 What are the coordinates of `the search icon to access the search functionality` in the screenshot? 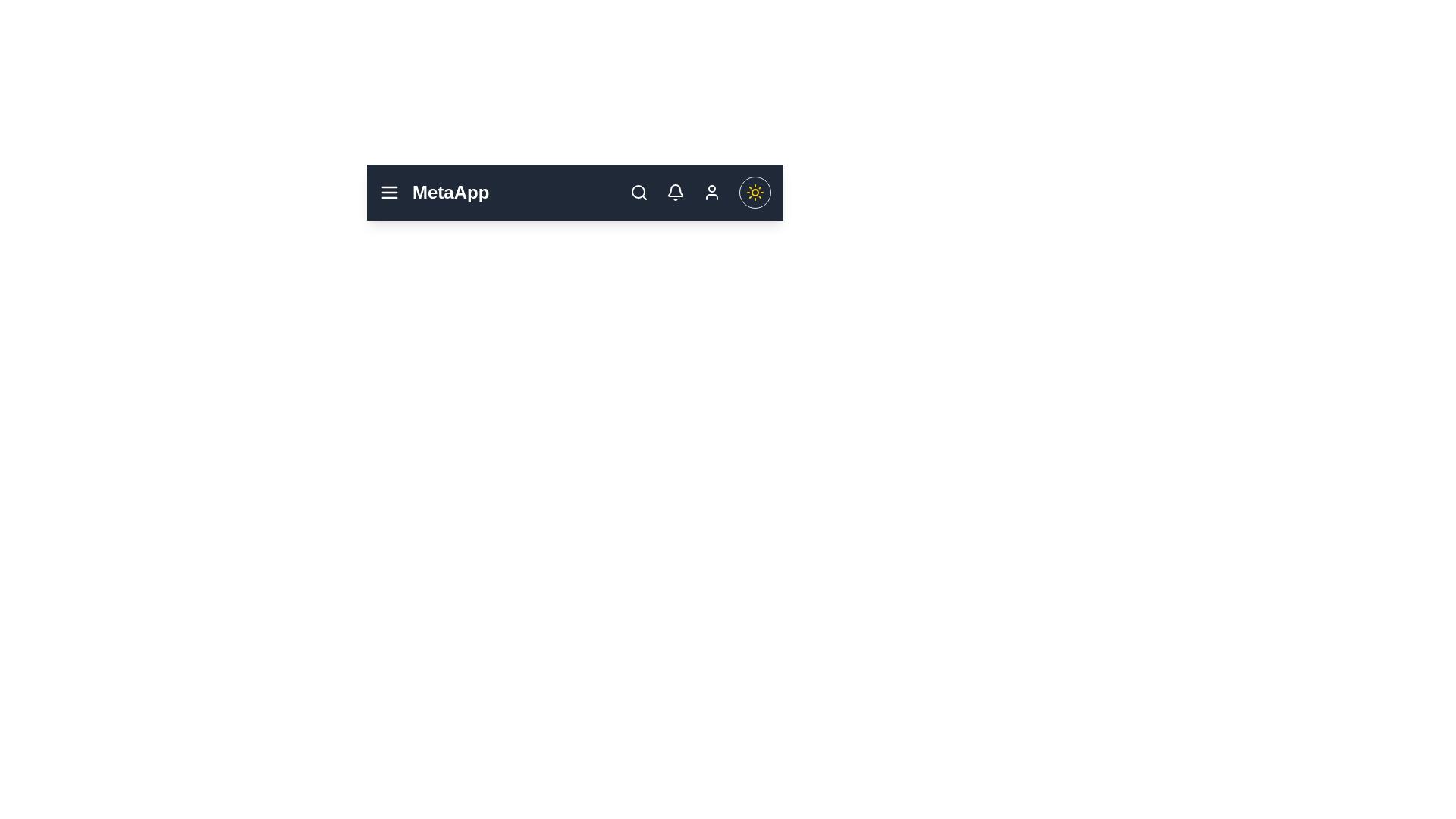 It's located at (639, 192).